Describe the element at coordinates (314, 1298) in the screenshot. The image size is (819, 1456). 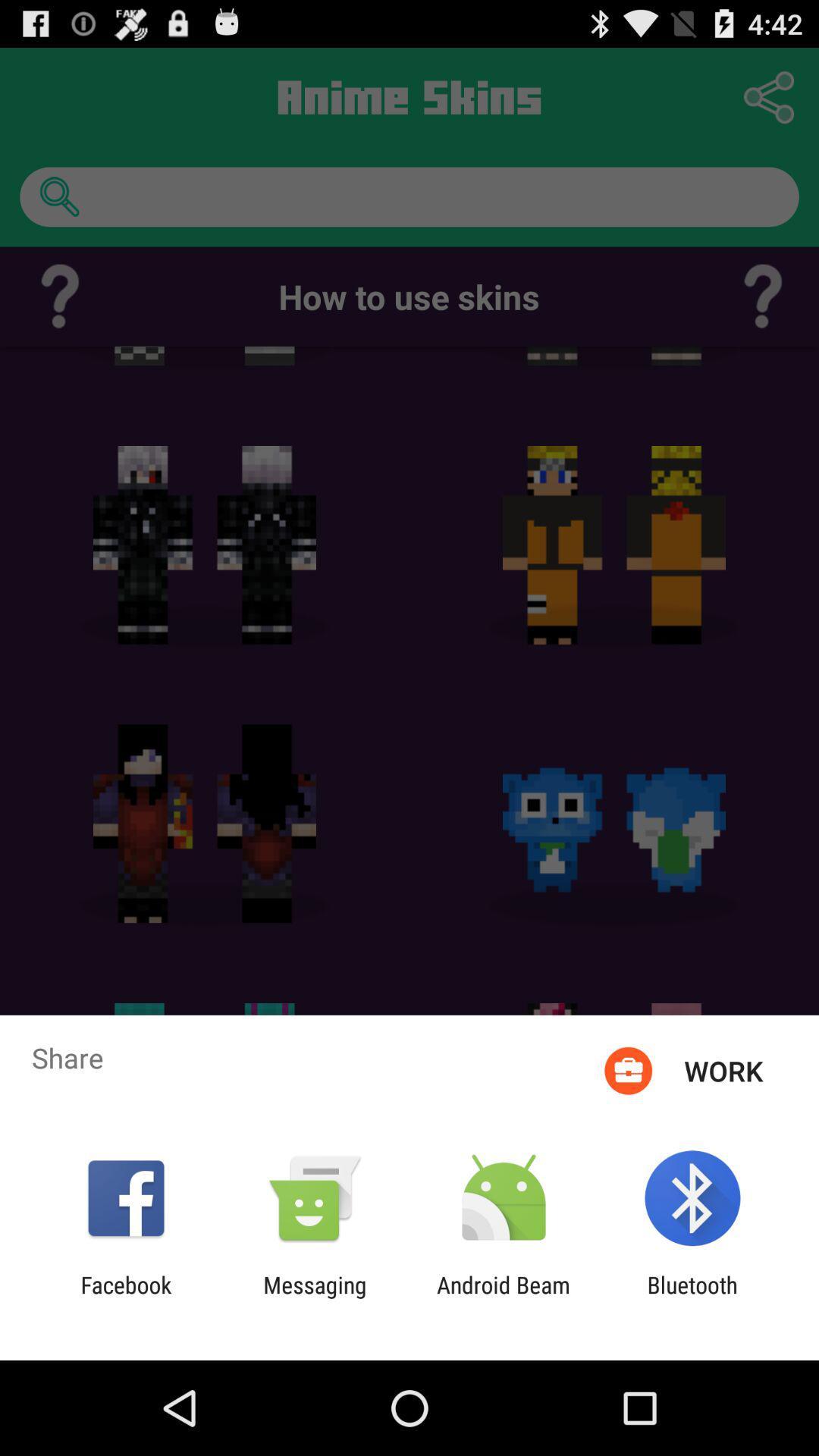
I see `the icon to the left of the android beam app` at that location.